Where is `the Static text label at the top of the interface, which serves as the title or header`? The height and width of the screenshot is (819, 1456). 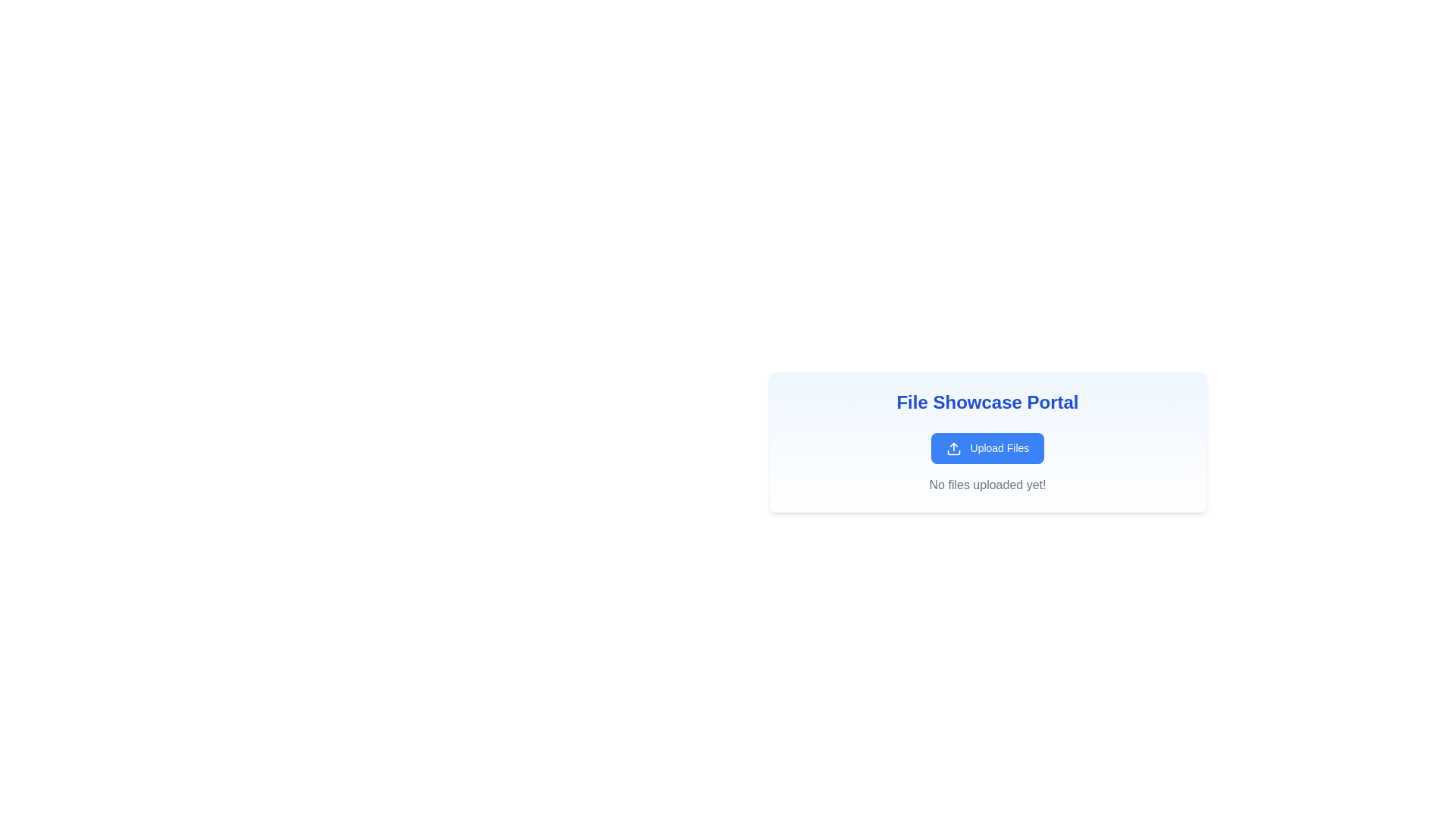 the Static text label at the top of the interface, which serves as the title or header is located at coordinates (987, 402).